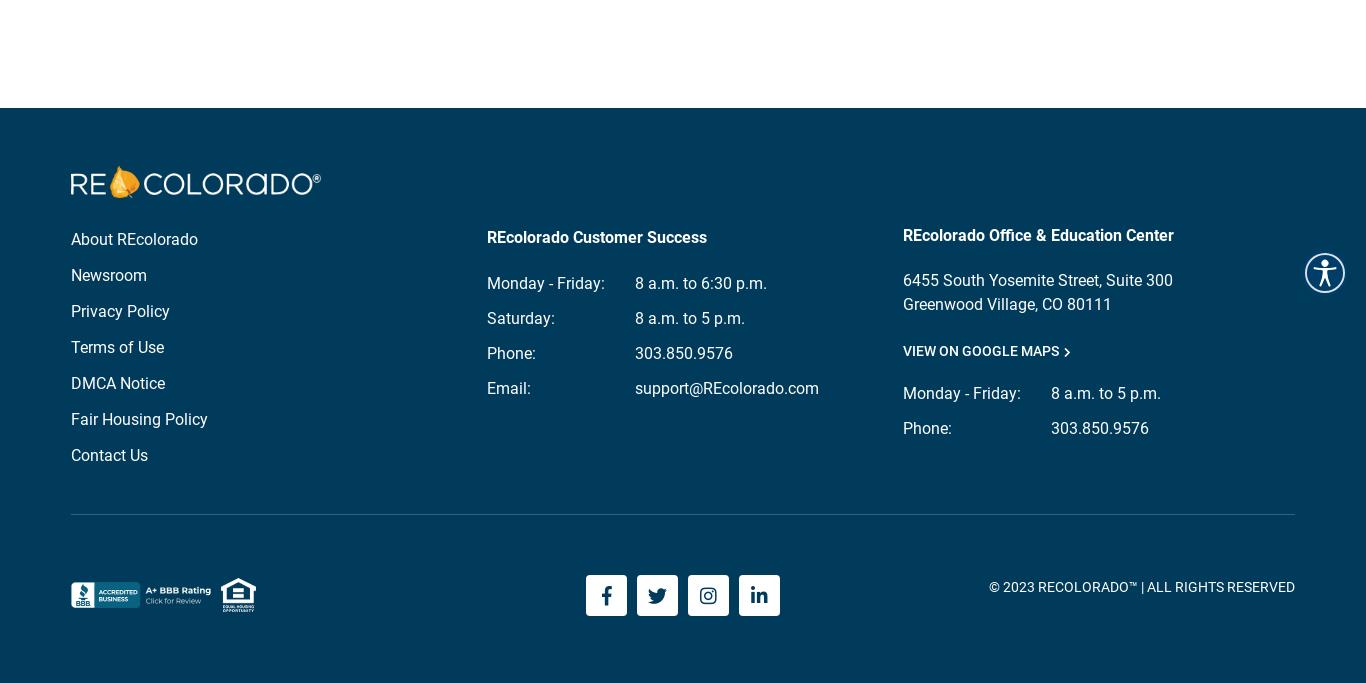 The height and width of the screenshot is (683, 1366). What do you see at coordinates (119, 310) in the screenshot?
I see `'Privacy Policy'` at bounding box center [119, 310].